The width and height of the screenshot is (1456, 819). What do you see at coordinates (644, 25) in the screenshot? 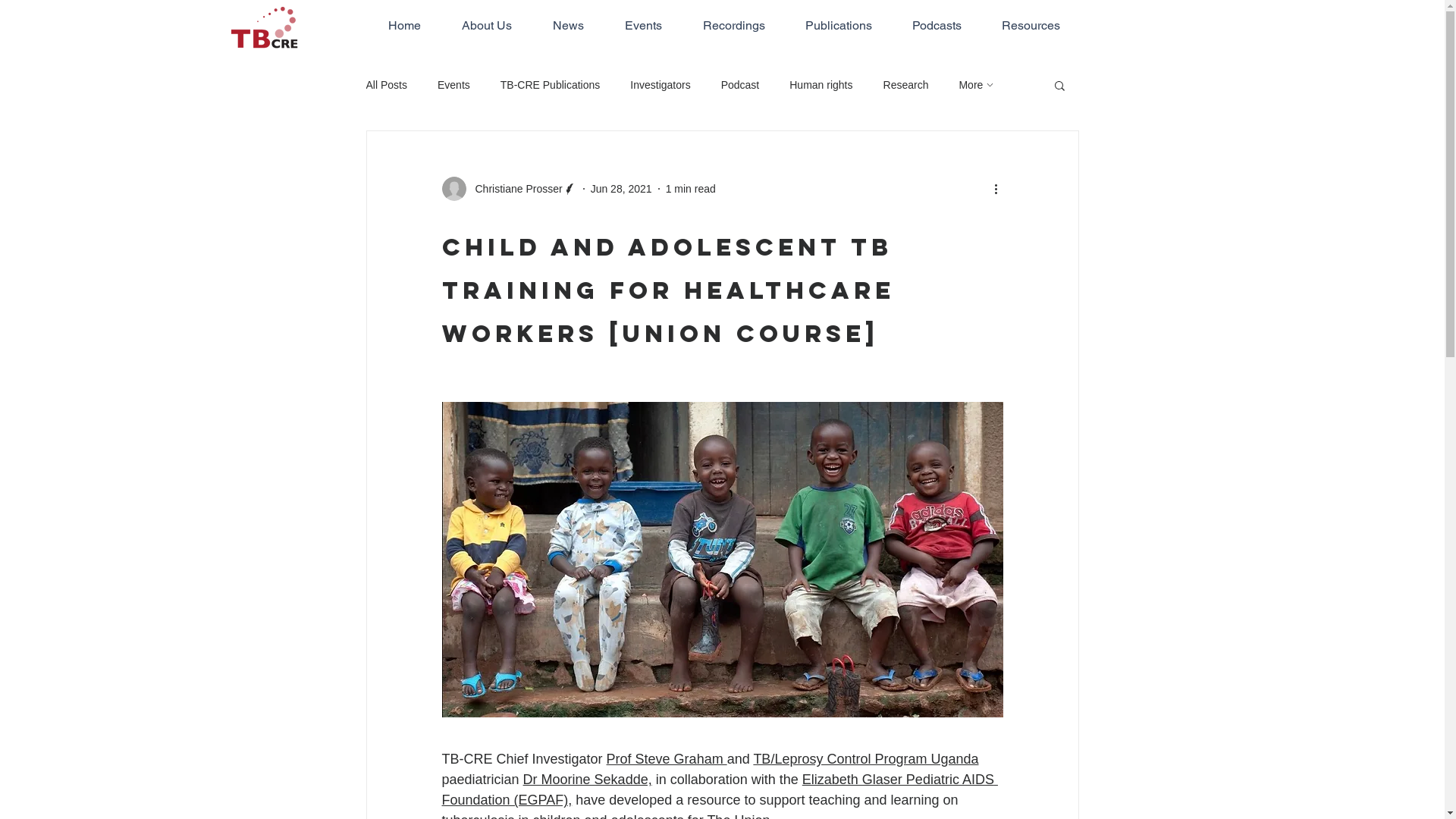
I see `'Events'` at bounding box center [644, 25].